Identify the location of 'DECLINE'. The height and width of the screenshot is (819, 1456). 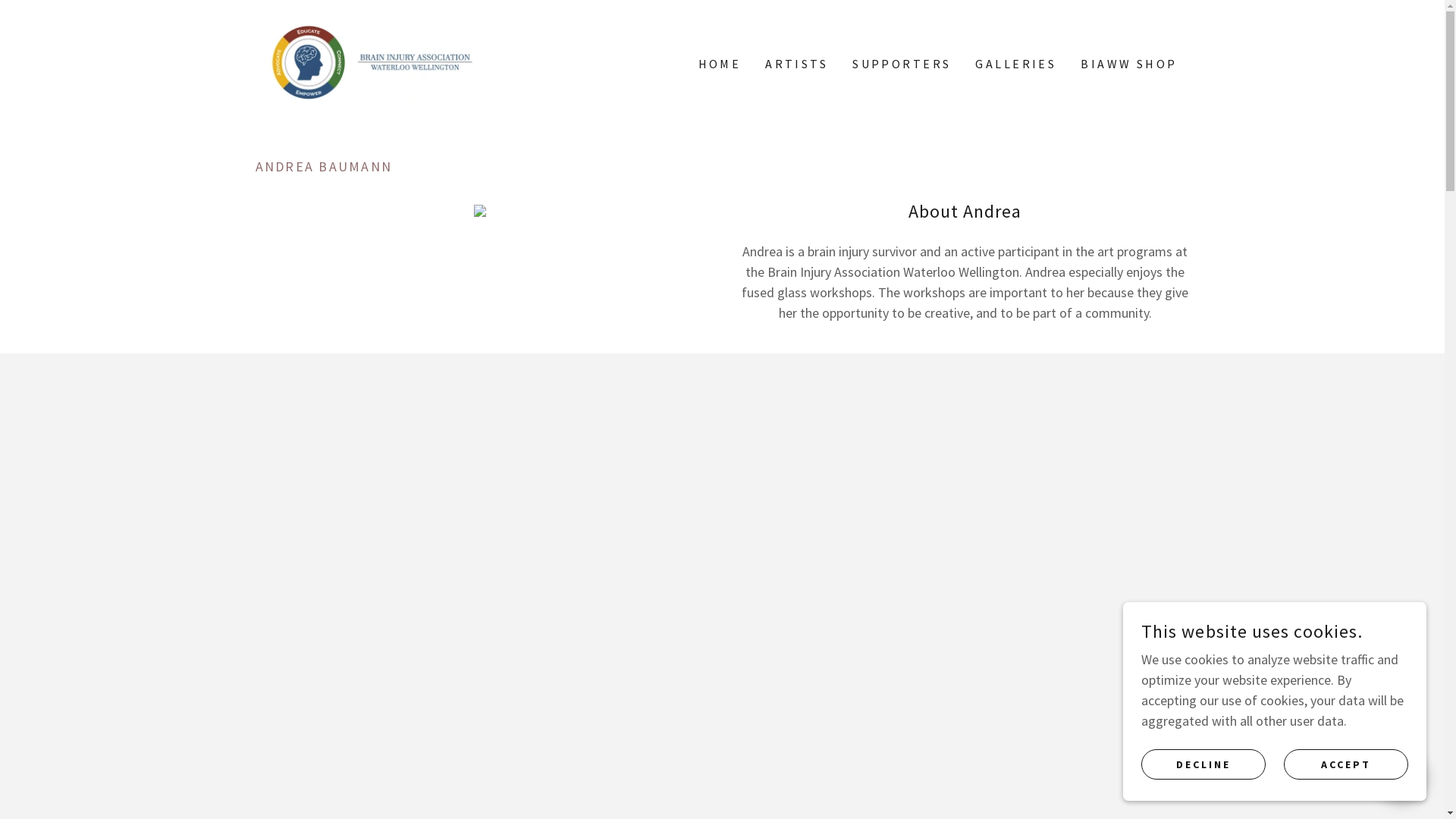
(1203, 764).